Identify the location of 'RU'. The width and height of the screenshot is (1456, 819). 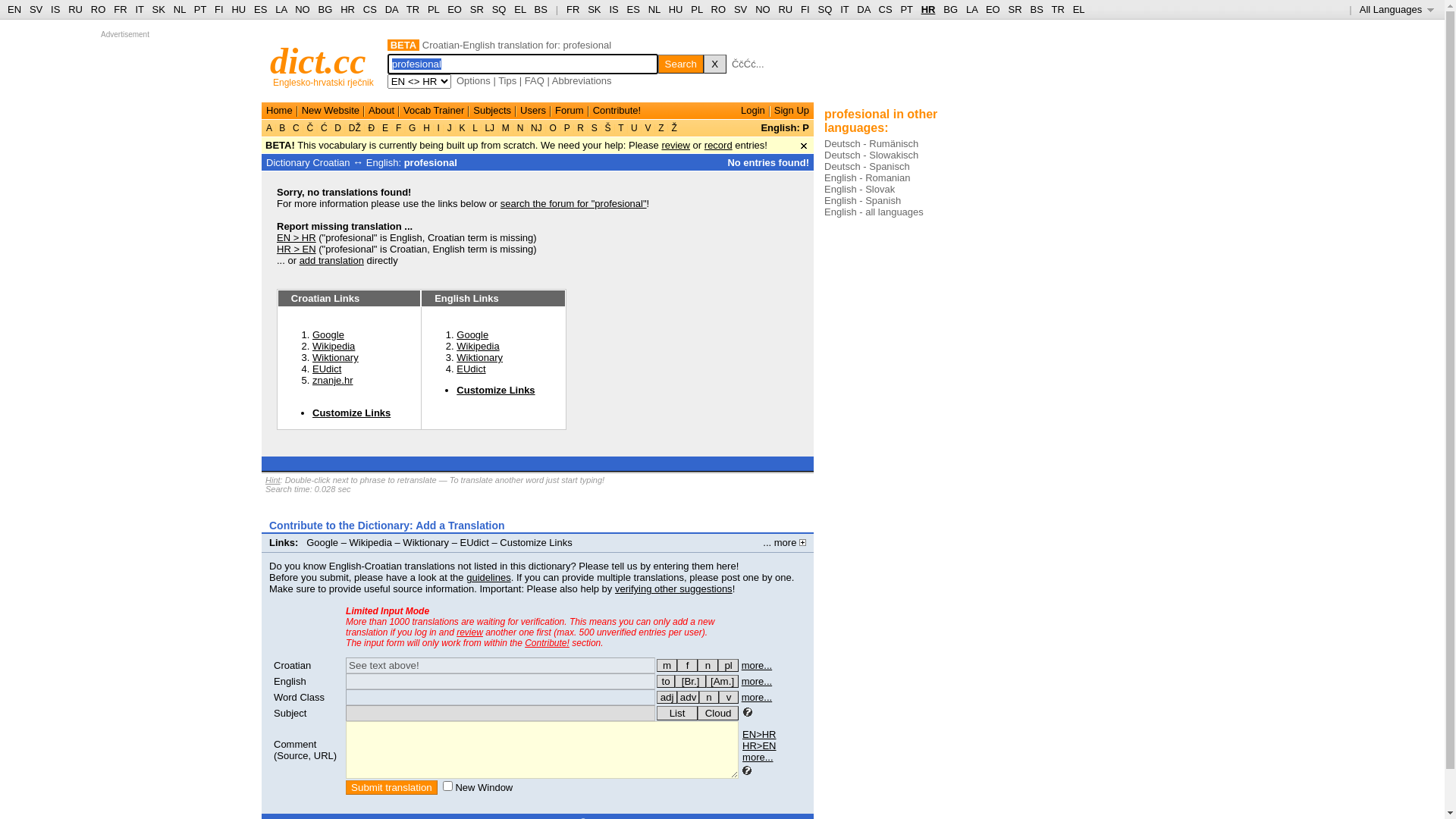
(785, 9).